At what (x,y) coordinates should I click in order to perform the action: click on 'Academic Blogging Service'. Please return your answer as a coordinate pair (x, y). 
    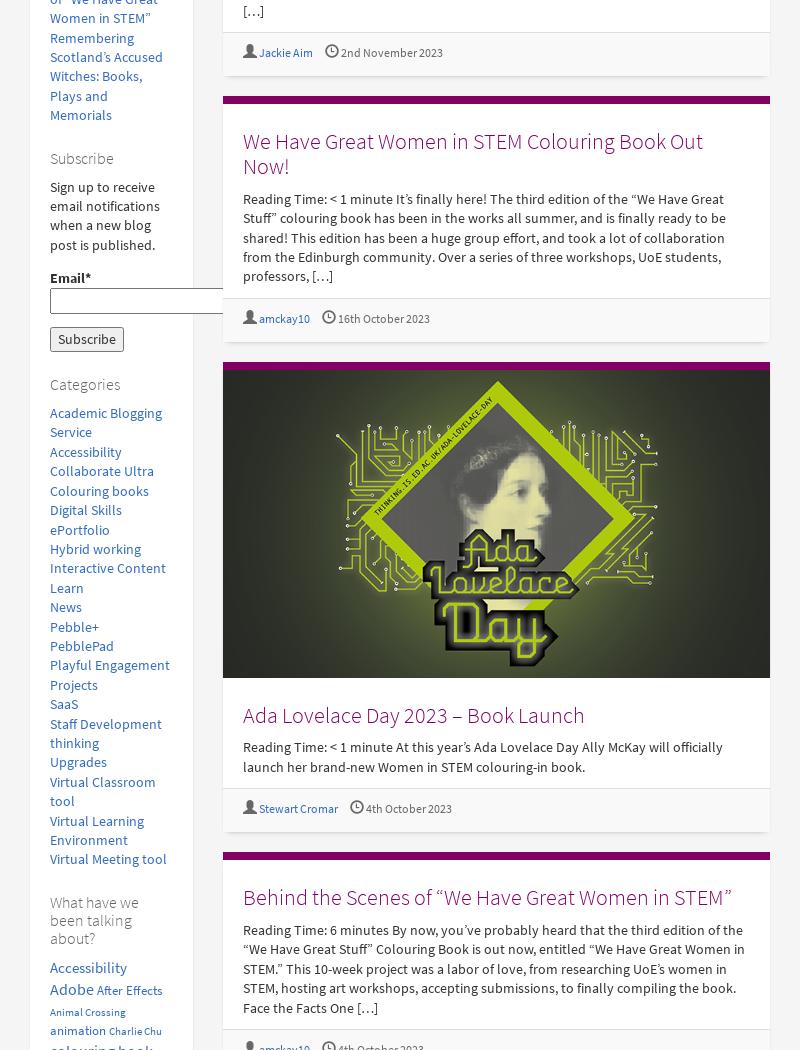
    Looking at the image, I should click on (105, 422).